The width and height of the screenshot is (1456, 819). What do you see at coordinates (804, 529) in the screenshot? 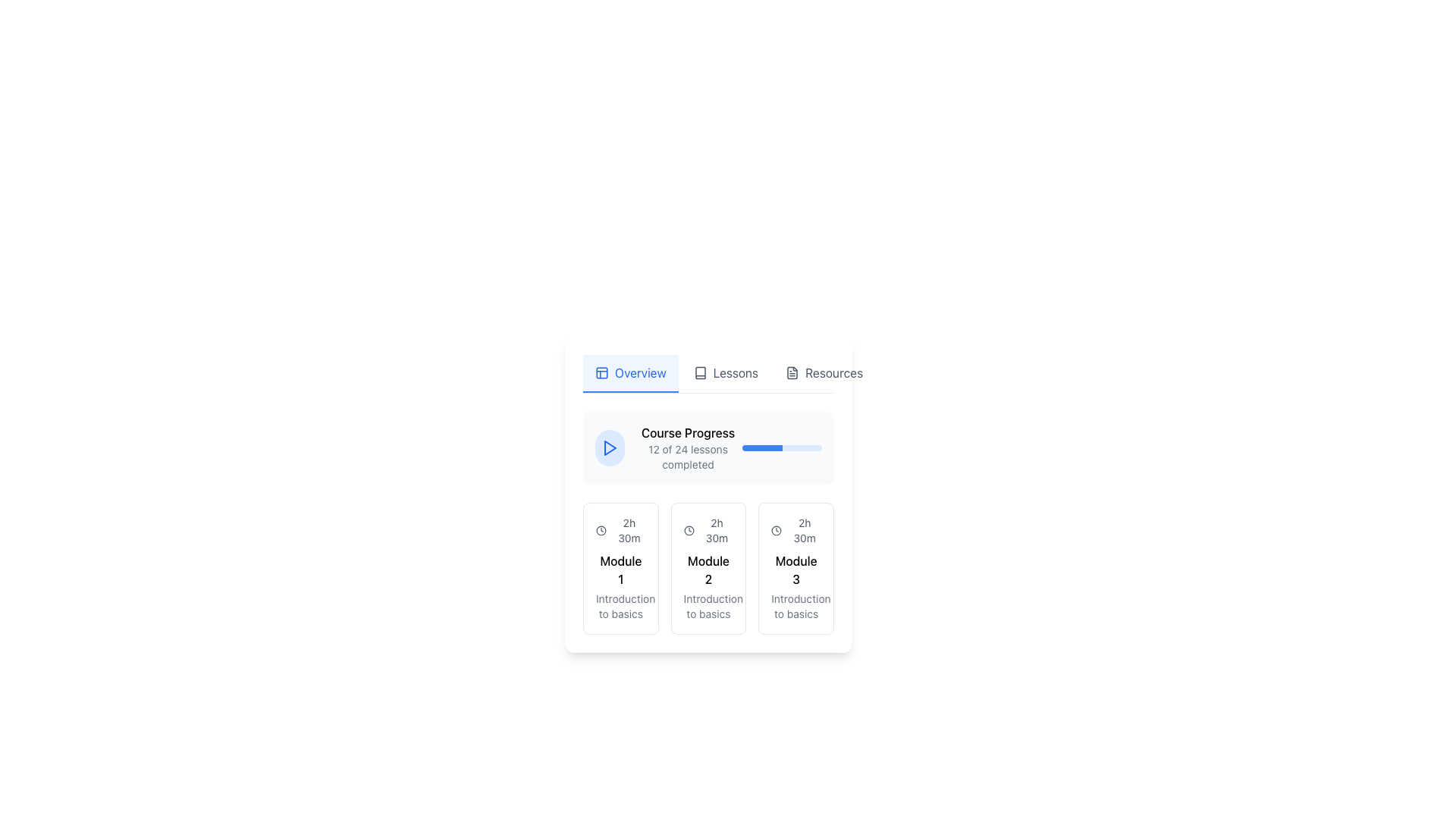
I see `text label displaying the duration of the module's content, which is centrally positioned within the third module card and adjacent to the clock icon` at bounding box center [804, 529].